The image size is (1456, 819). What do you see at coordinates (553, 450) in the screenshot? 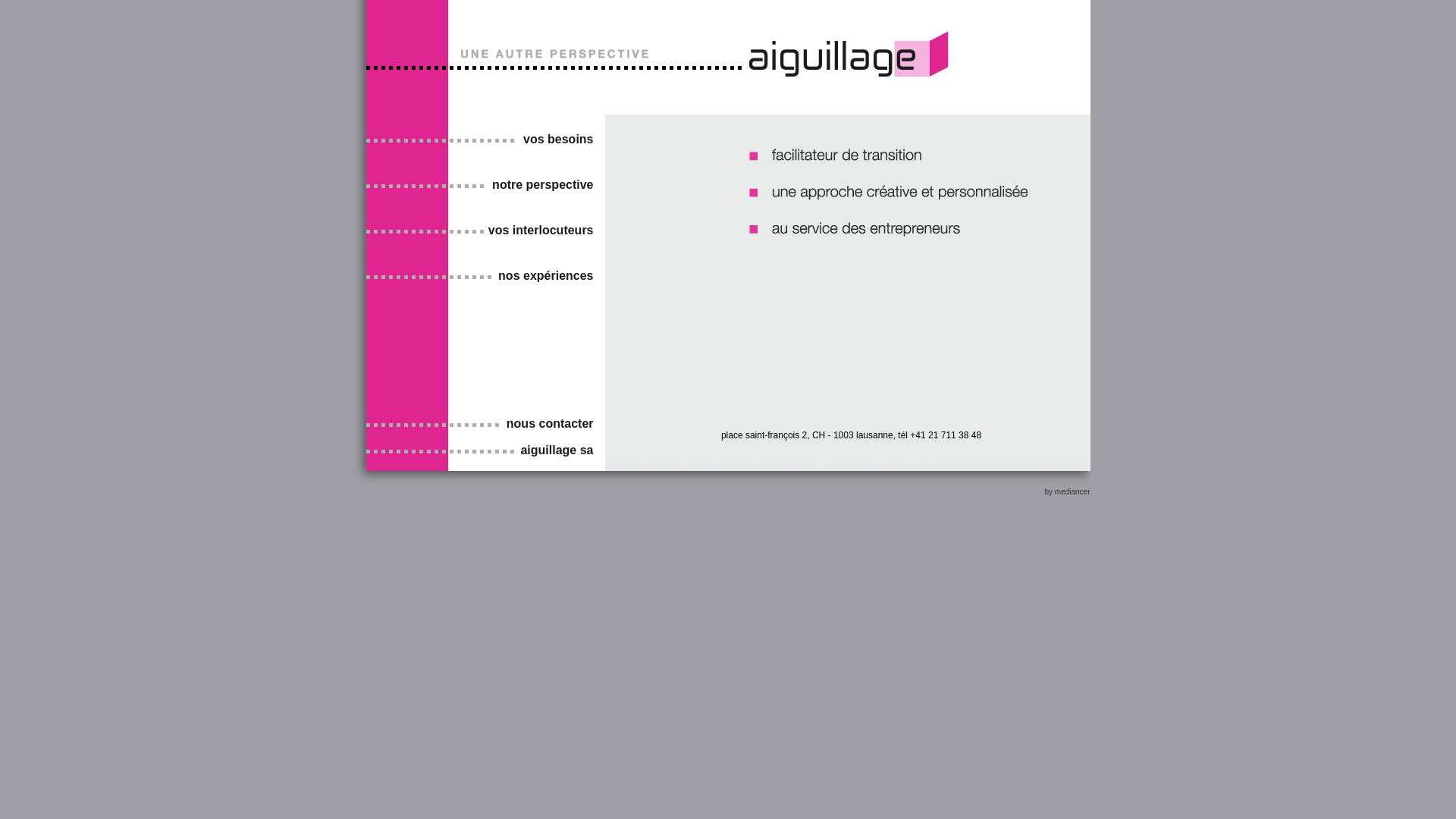
I see `'aiguillage sa'` at bounding box center [553, 450].